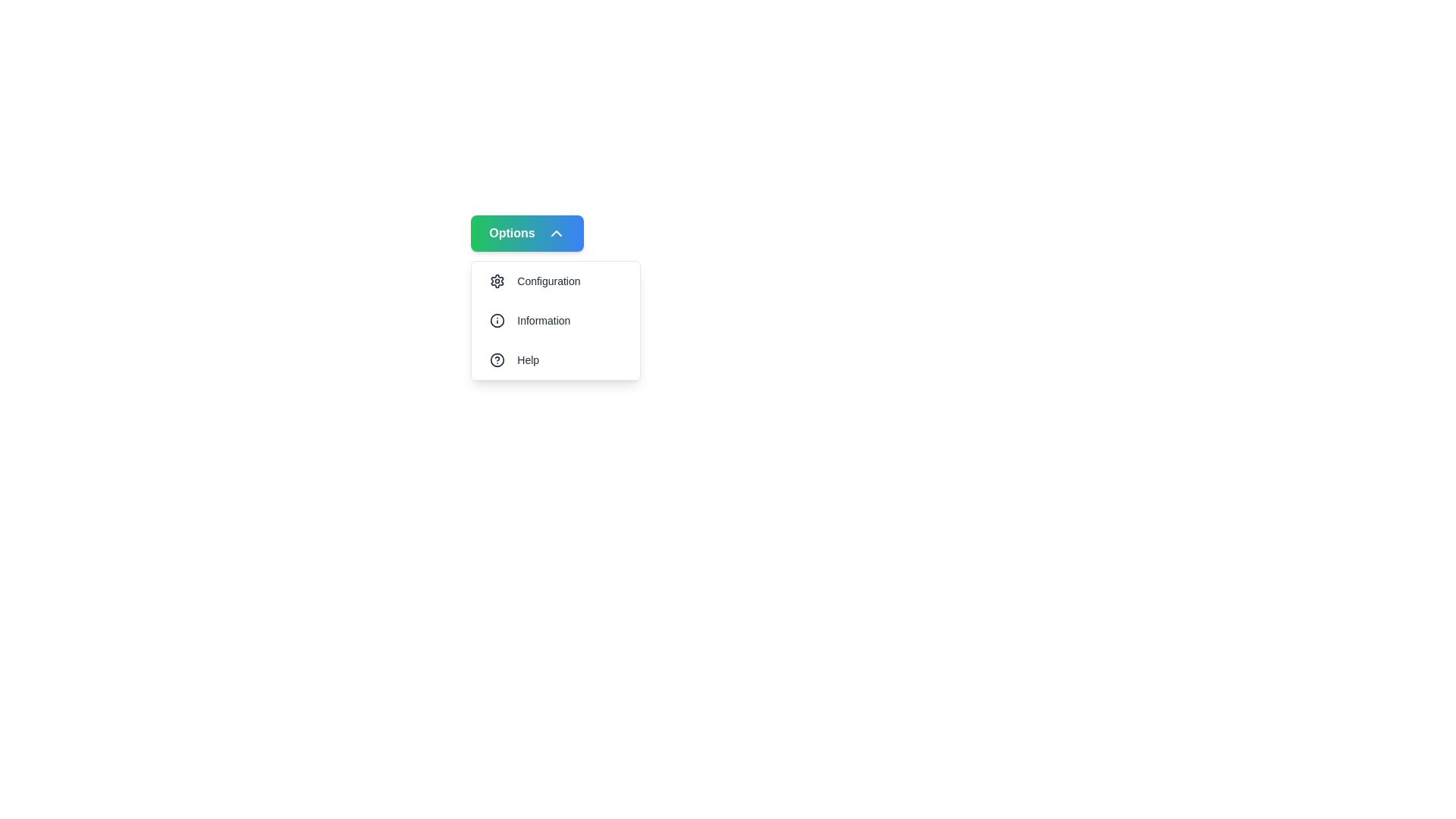 This screenshot has width=1456, height=819. Describe the element at coordinates (543, 320) in the screenshot. I see `the 'Information' text label in the vertical dropdown menu` at that location.